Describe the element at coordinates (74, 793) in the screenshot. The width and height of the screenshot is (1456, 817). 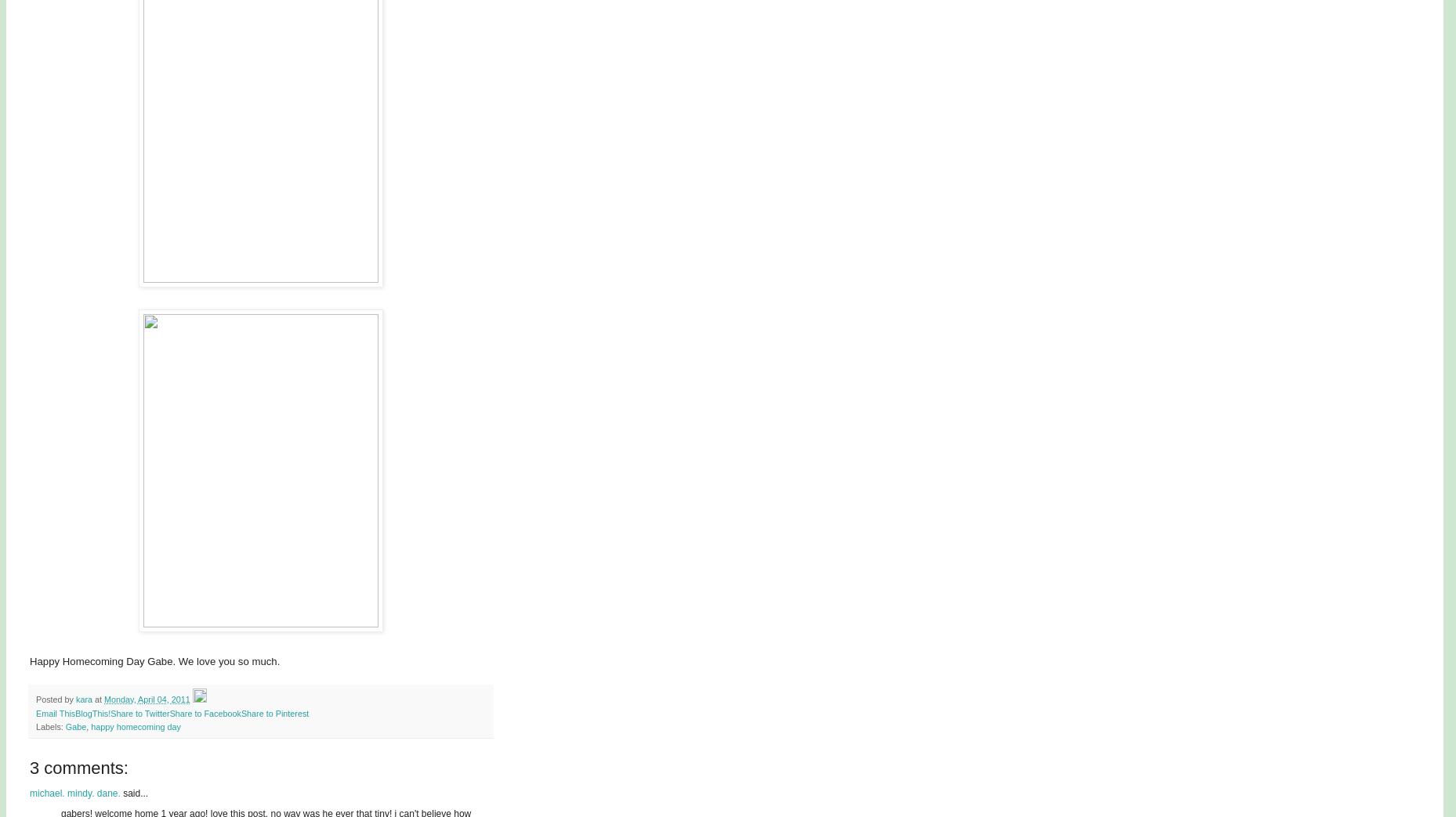
I see `'michael. mindy. dane.'` at that location.